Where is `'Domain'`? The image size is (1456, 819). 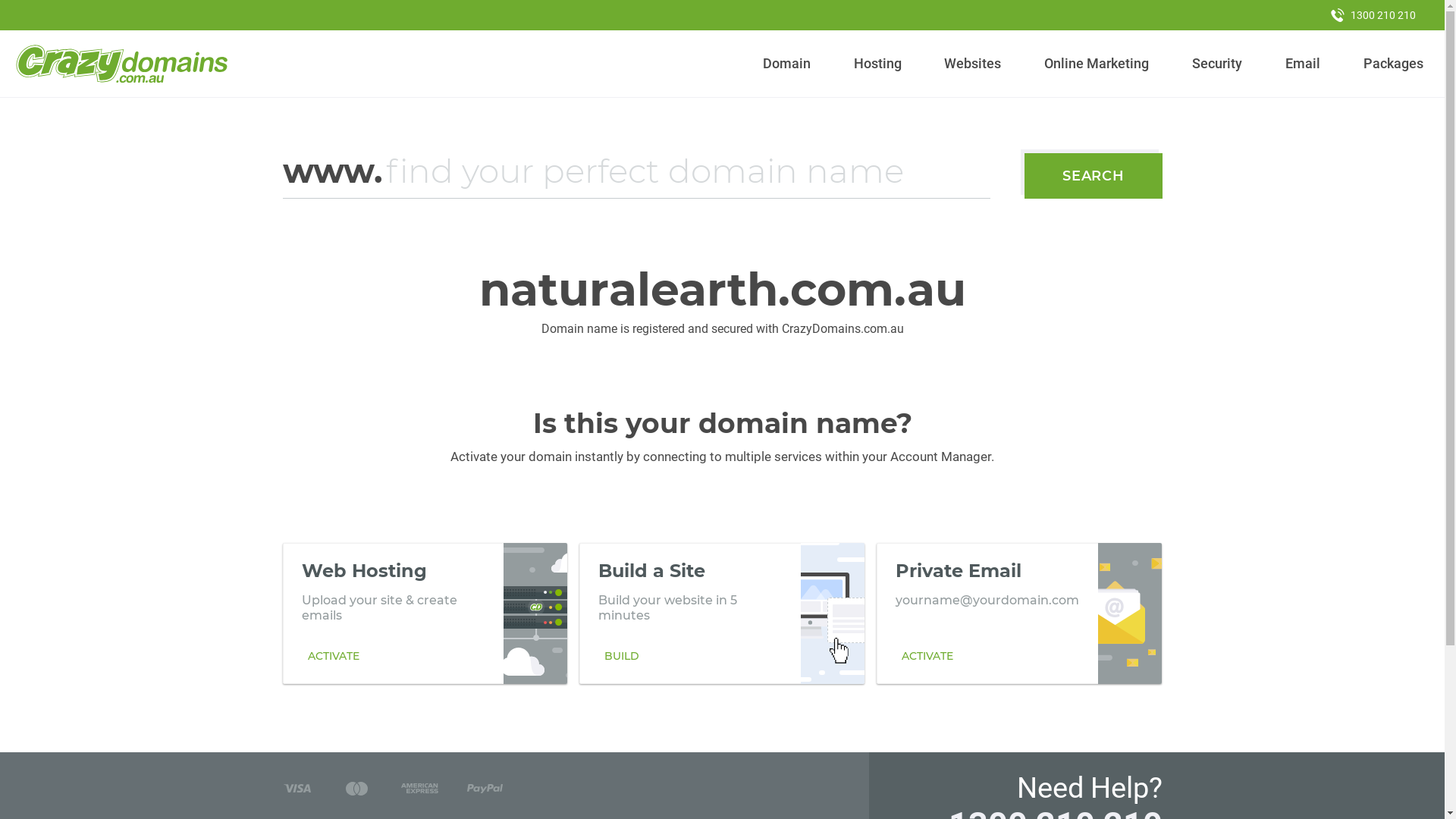 'Domain' is located at coordinates (786, 63).